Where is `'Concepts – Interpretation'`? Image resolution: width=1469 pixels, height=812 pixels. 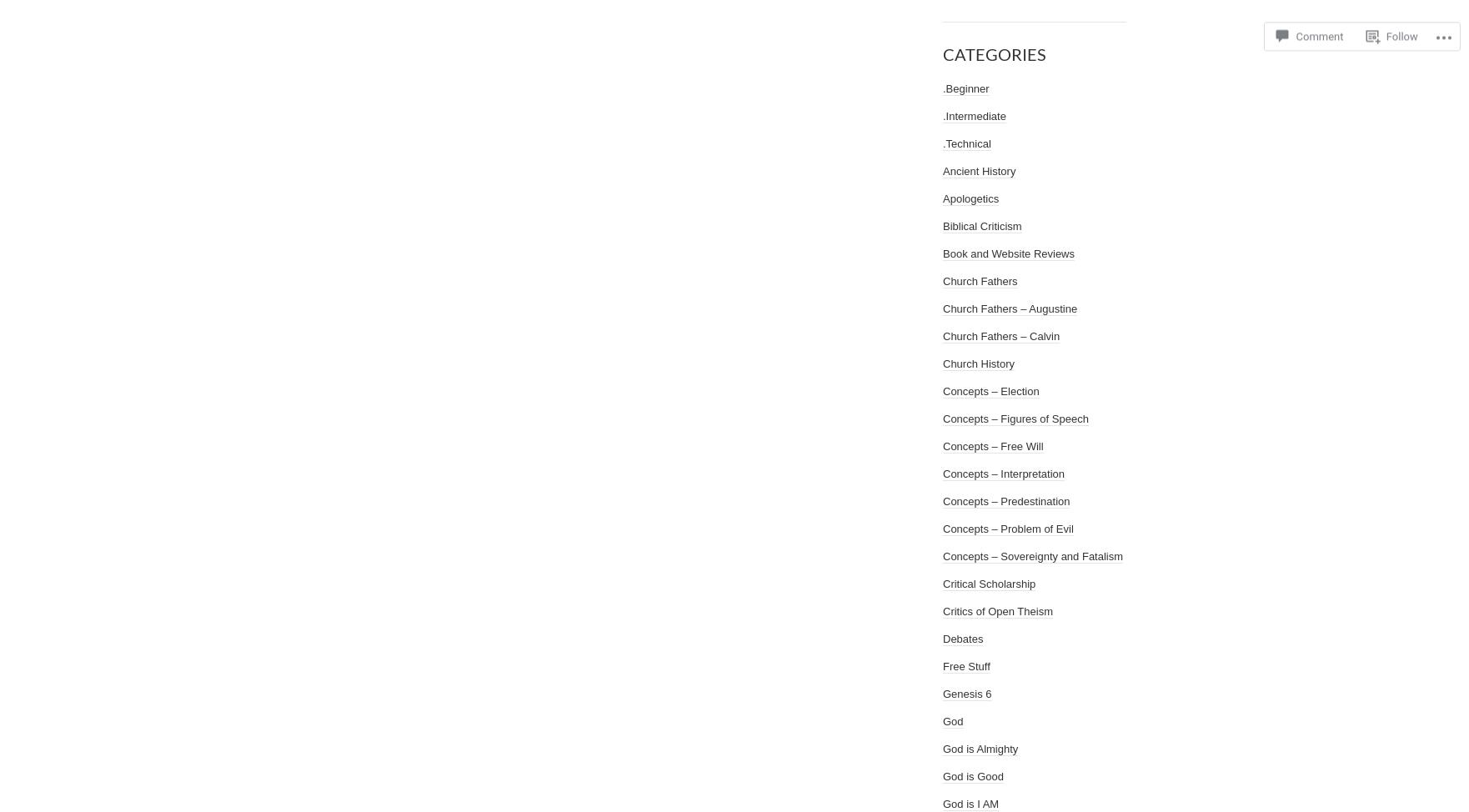 'Concepts – Interpretation' is located at coordinates (943, 474).